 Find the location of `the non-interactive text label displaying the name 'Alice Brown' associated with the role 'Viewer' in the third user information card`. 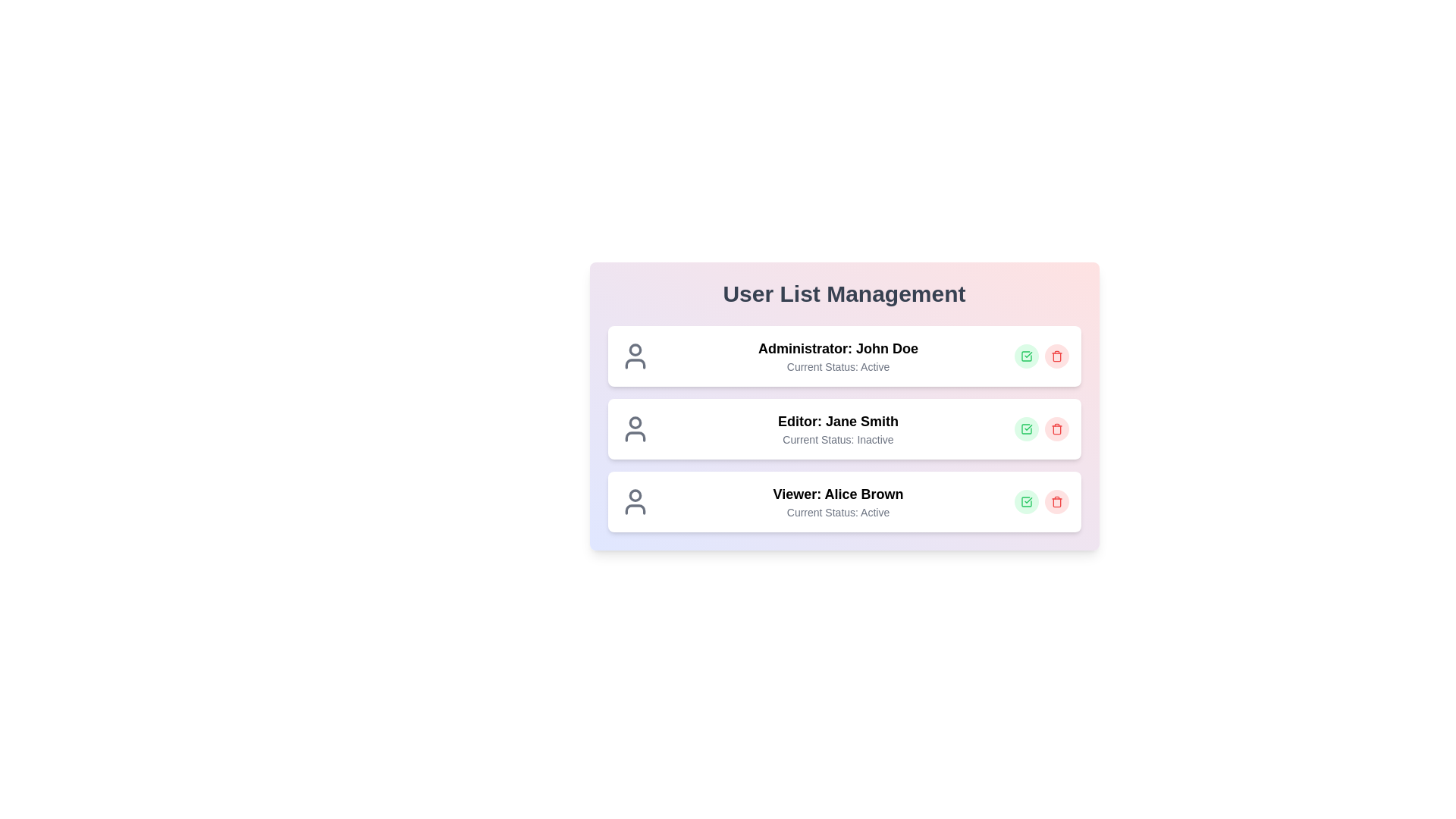

the non-interactive text label displaying the name 'Alice Brown' associated with the role 'Viewer' in the third user information card is located at coordinates (864, 494).